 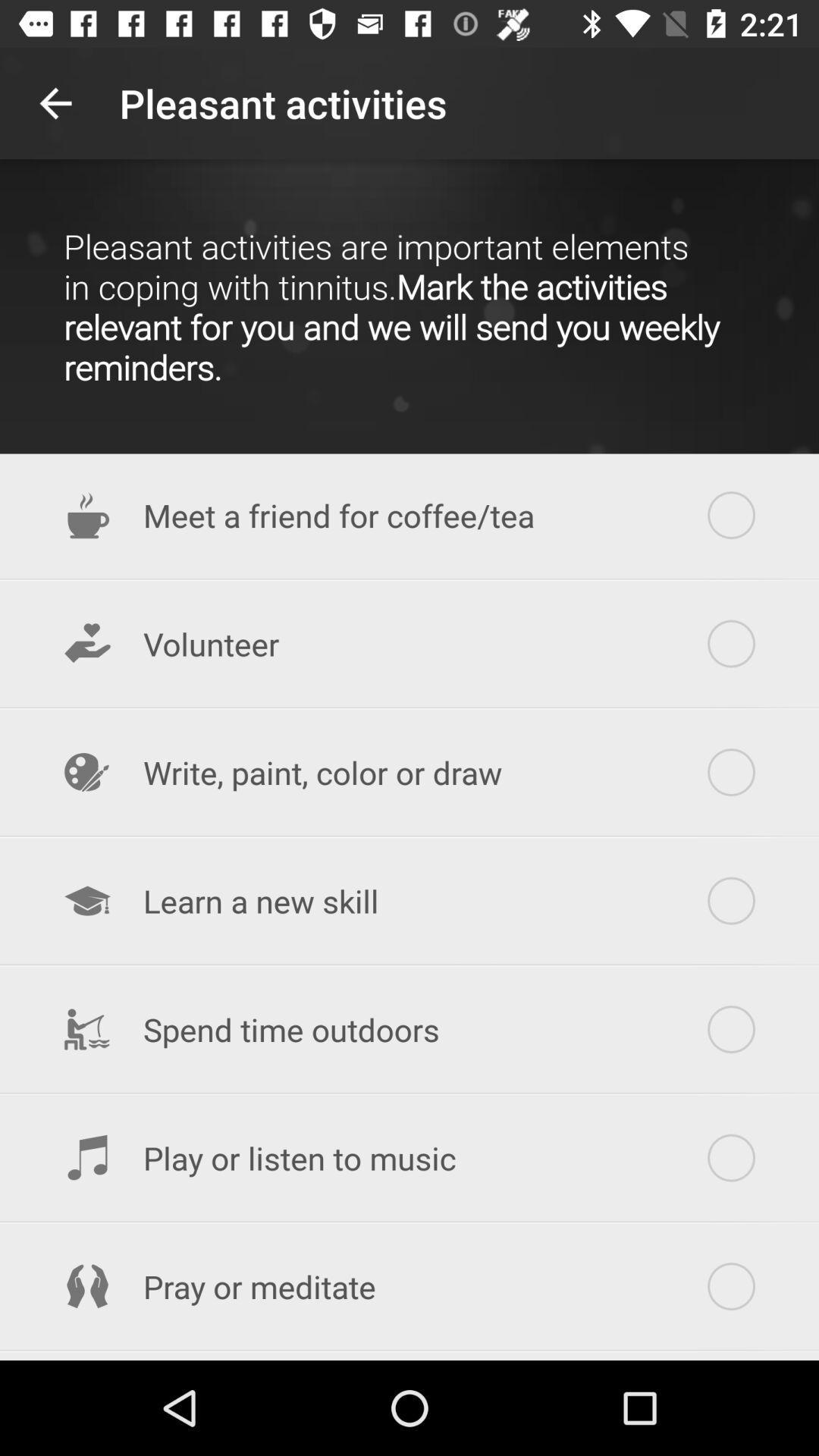 What do you see at coordinates (409, 1029) in the screenshot?
I see `the spend time outdoors item` at bounding box center [409, 1029].